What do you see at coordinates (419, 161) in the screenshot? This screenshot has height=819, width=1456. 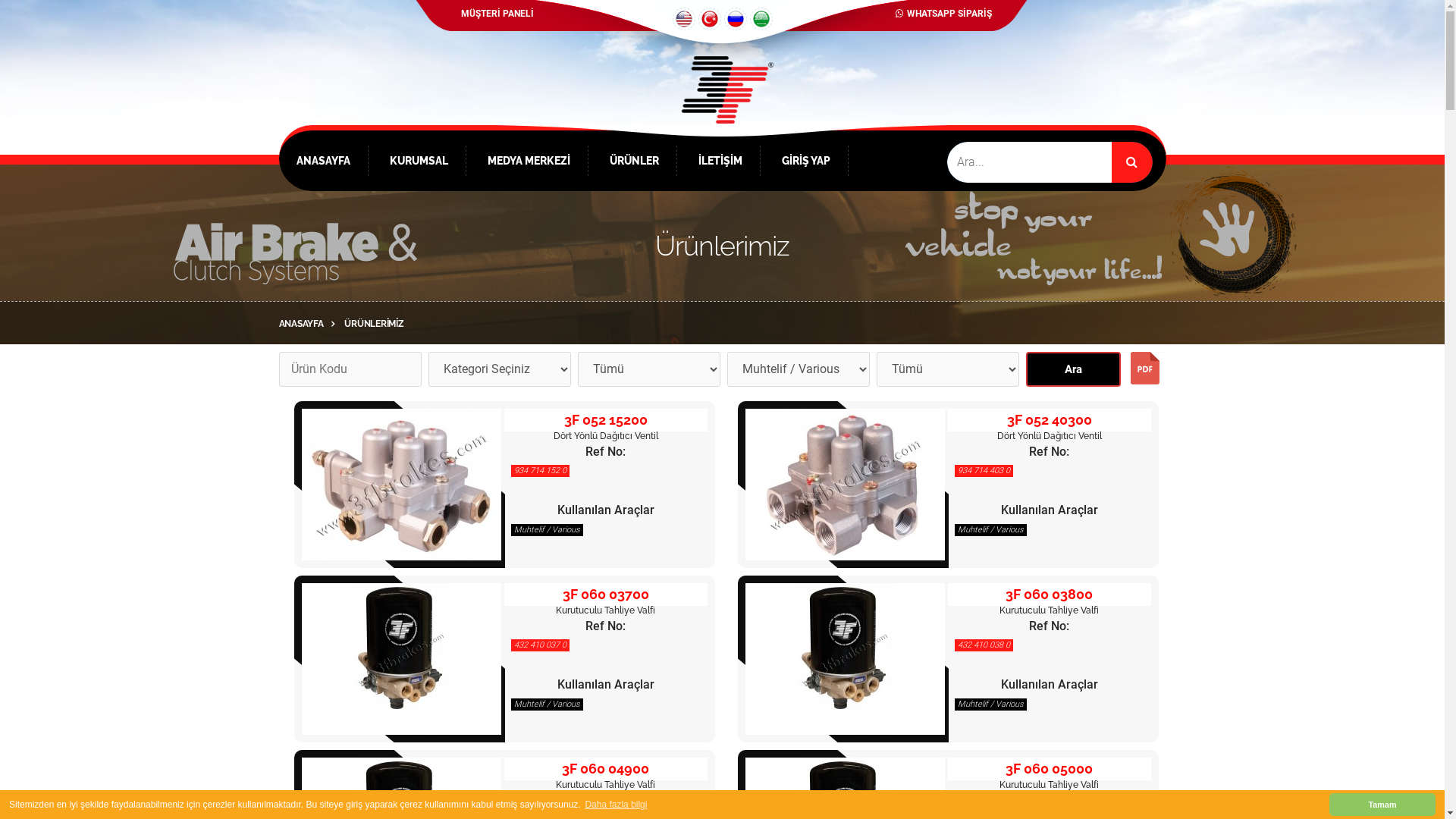 I see `'KURUMSAL'` at bounding box center [419, 161].